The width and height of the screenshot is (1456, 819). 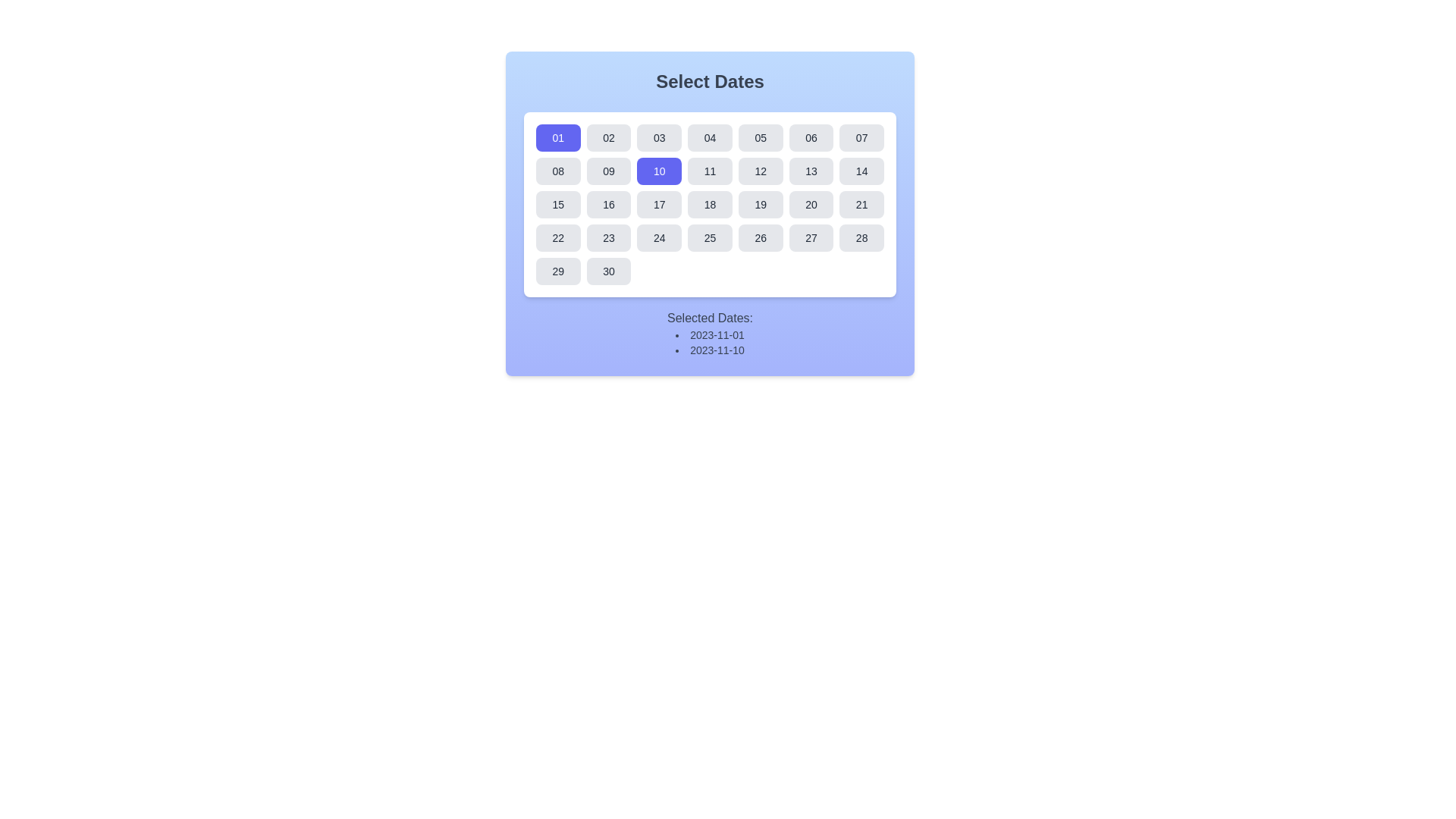 I want to click on the button labeled '20' in the calendar interface, so click(x=811, y=205).